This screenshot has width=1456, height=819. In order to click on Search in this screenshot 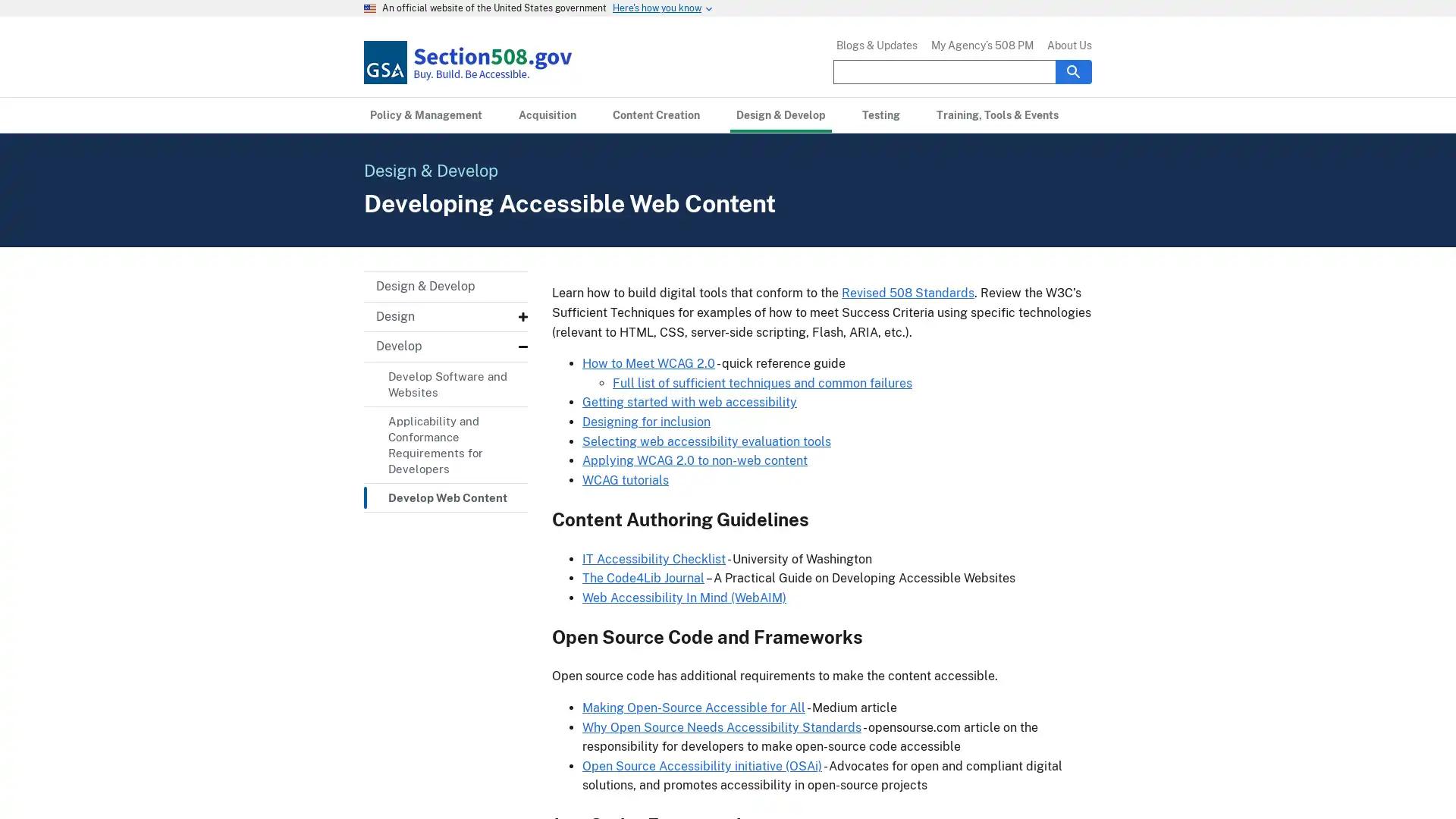, I will do `click(1073, 71)`.